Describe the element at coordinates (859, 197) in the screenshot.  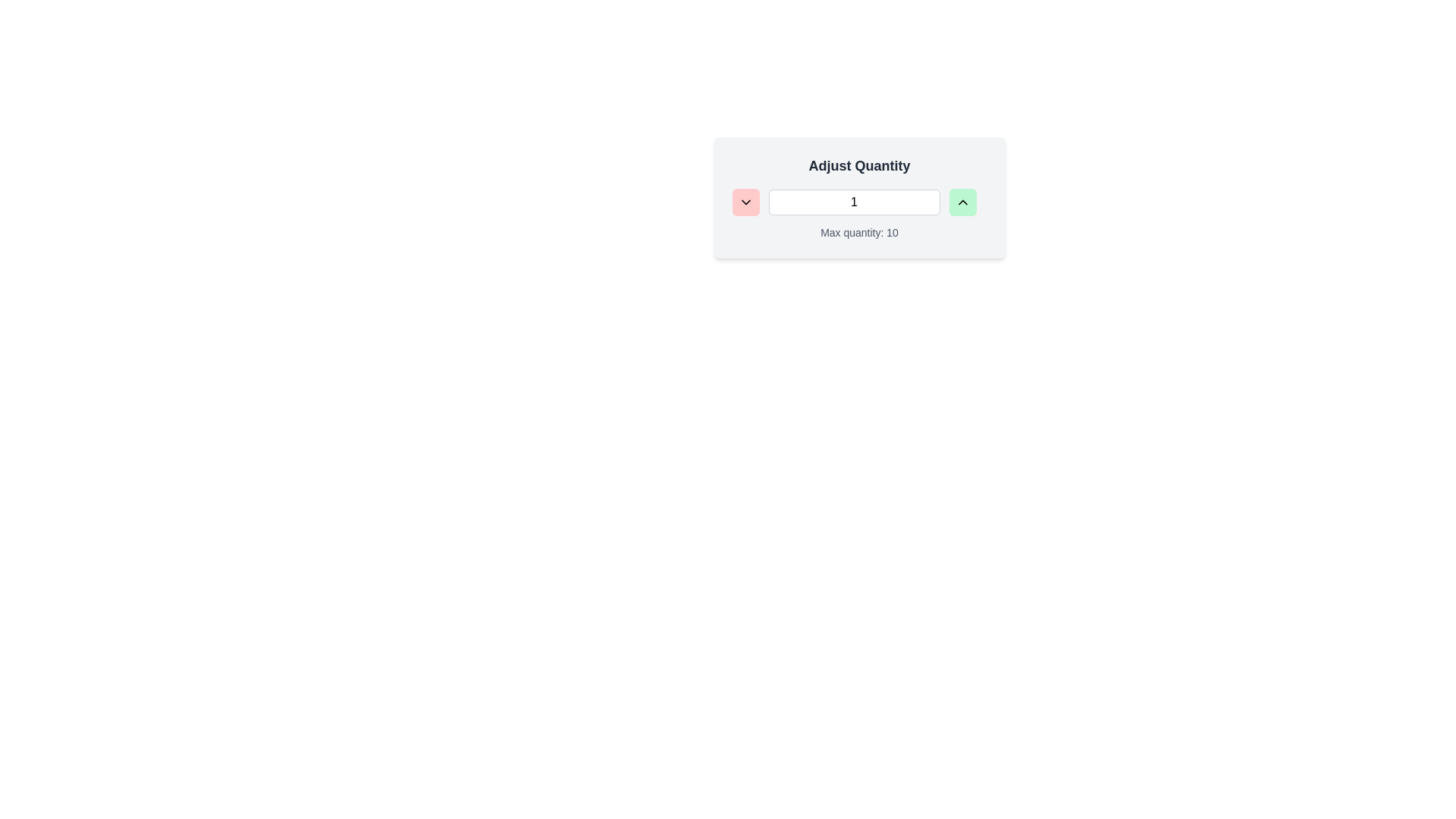
I see `the input field of the 'Adjust Quantity' component to manually adjust the value` at that location.